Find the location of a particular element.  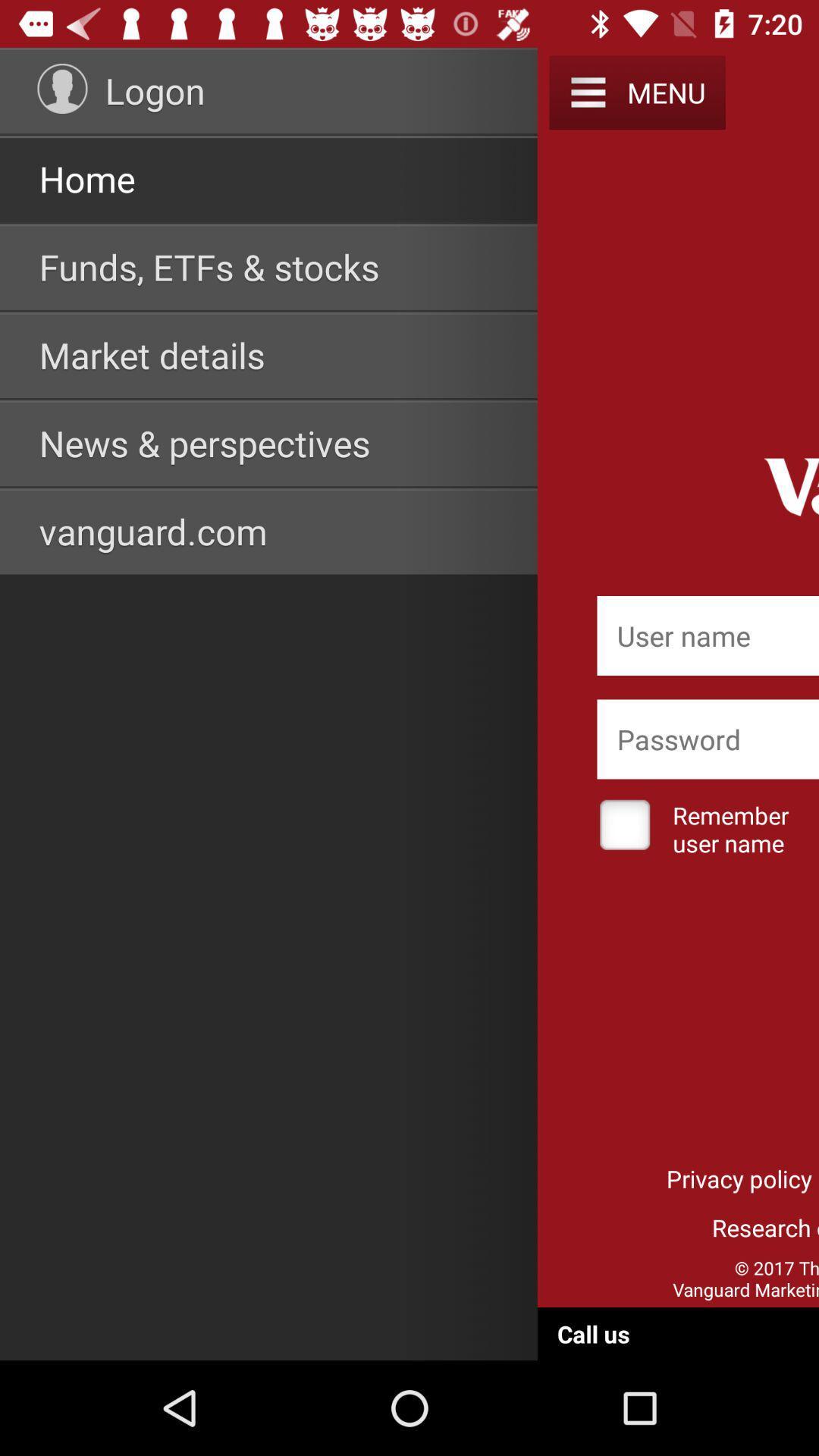

user name is located at coordinates (708, 635).